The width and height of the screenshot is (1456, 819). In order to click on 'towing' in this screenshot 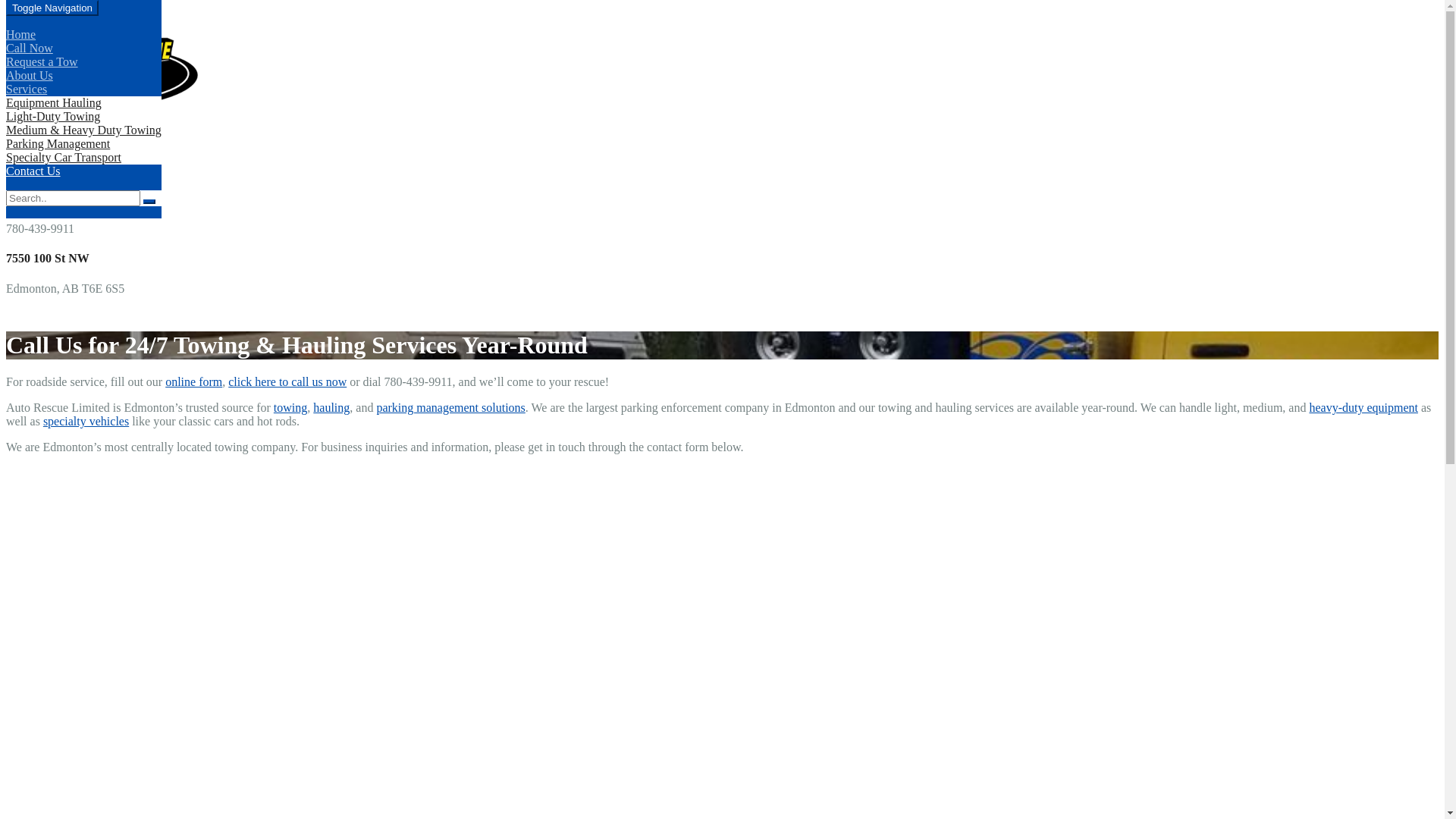, I will do `click(290, 406)`.